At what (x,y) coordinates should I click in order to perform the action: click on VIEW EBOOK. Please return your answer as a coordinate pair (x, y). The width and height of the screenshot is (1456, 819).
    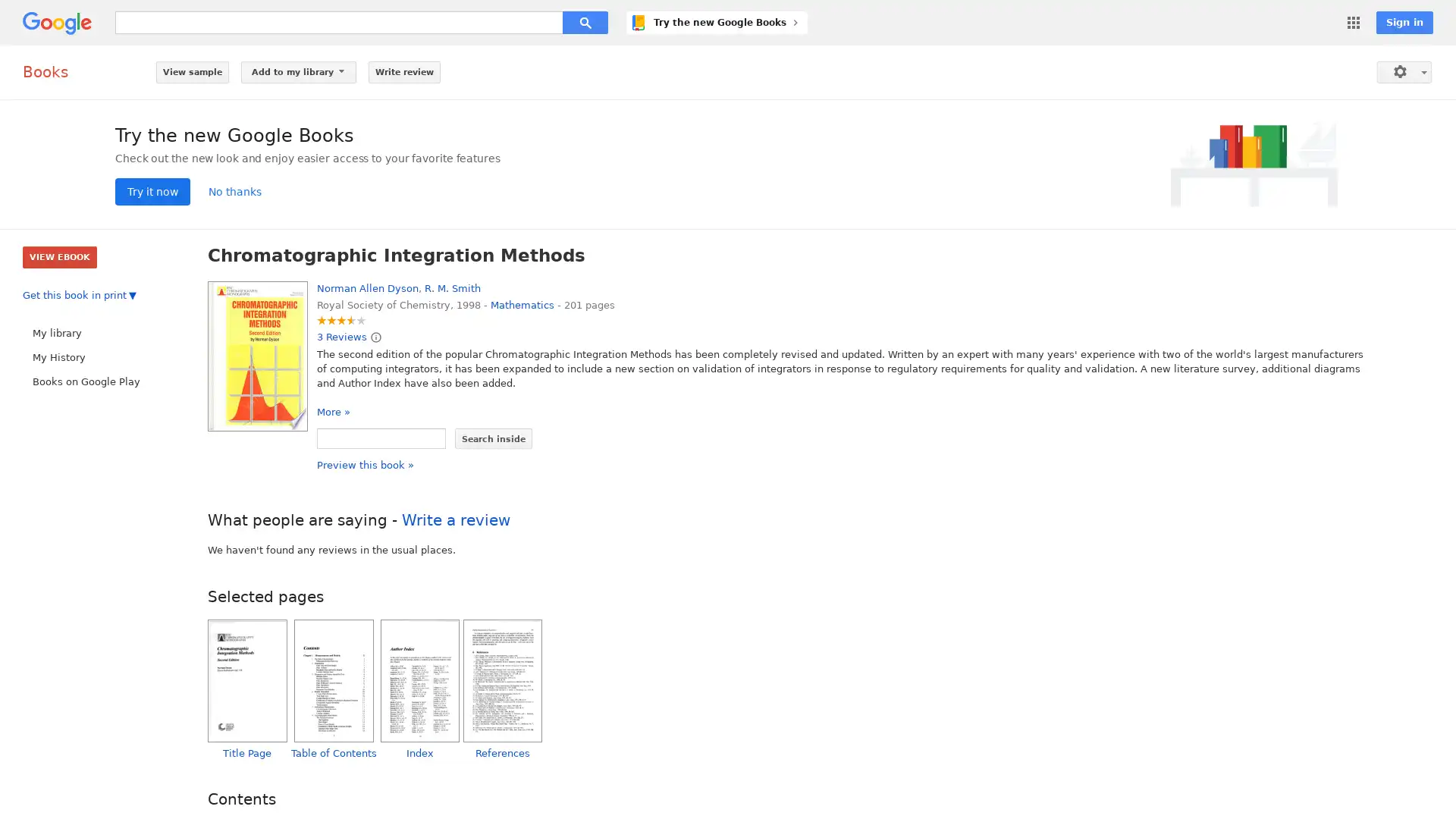
    Looking at the image, I should click on (59, 256).